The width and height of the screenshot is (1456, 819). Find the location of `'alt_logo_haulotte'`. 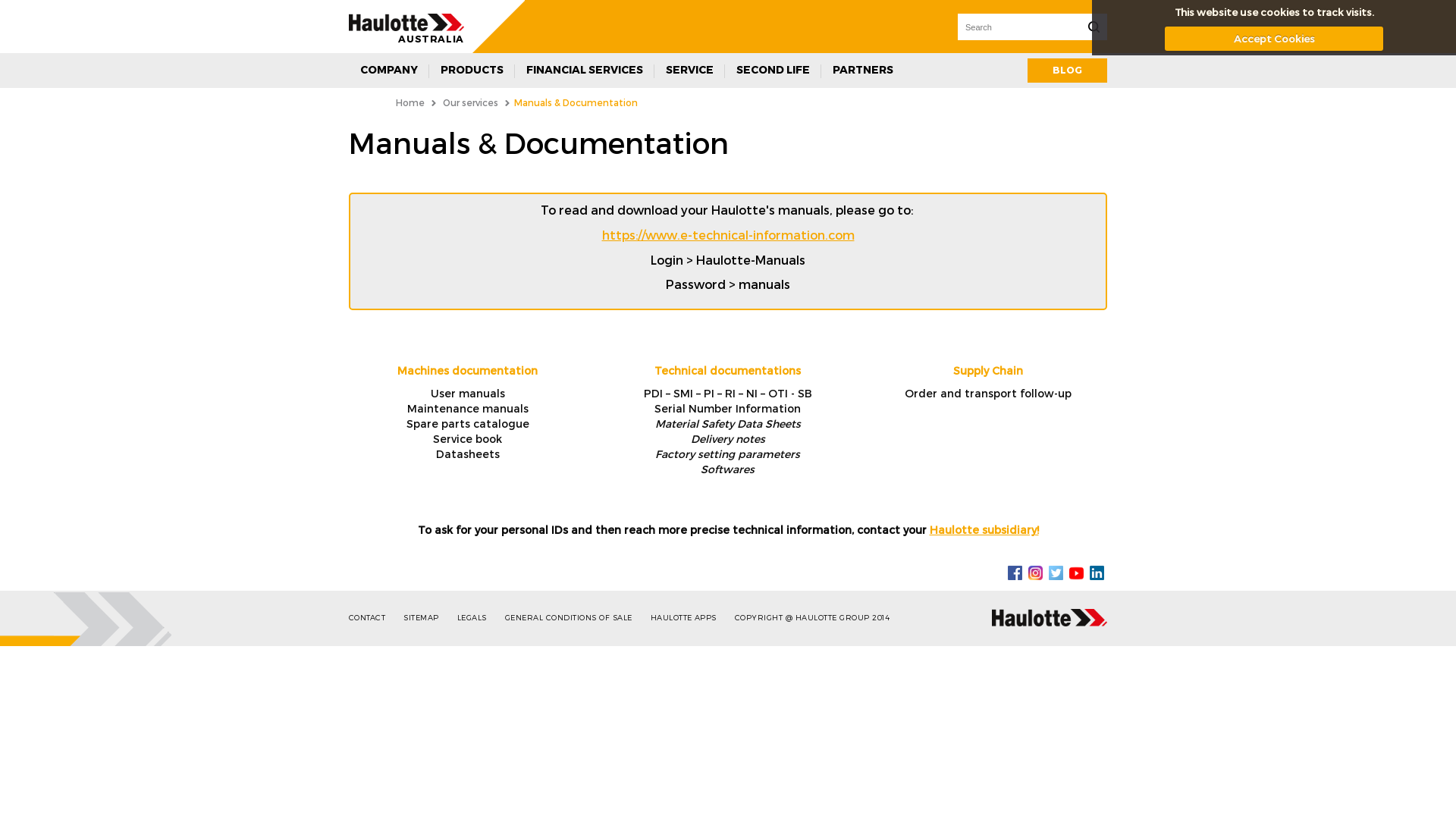

'alt_logo_haulotte' is located at coordinates (406, 22).